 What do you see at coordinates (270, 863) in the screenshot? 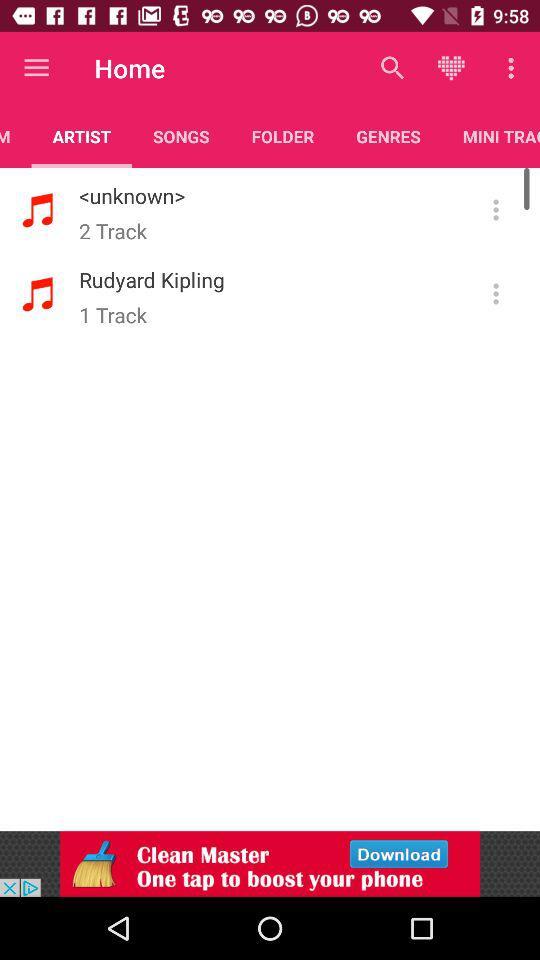
I see `advertisement banner` at bounding box center [270, 863].